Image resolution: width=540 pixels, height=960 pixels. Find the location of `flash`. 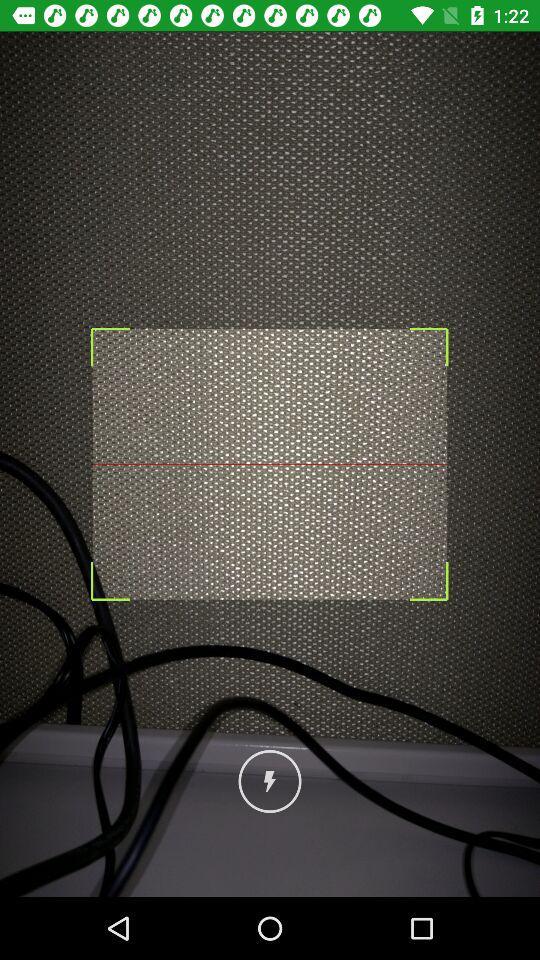

flash is located at coordinates (270, 781).